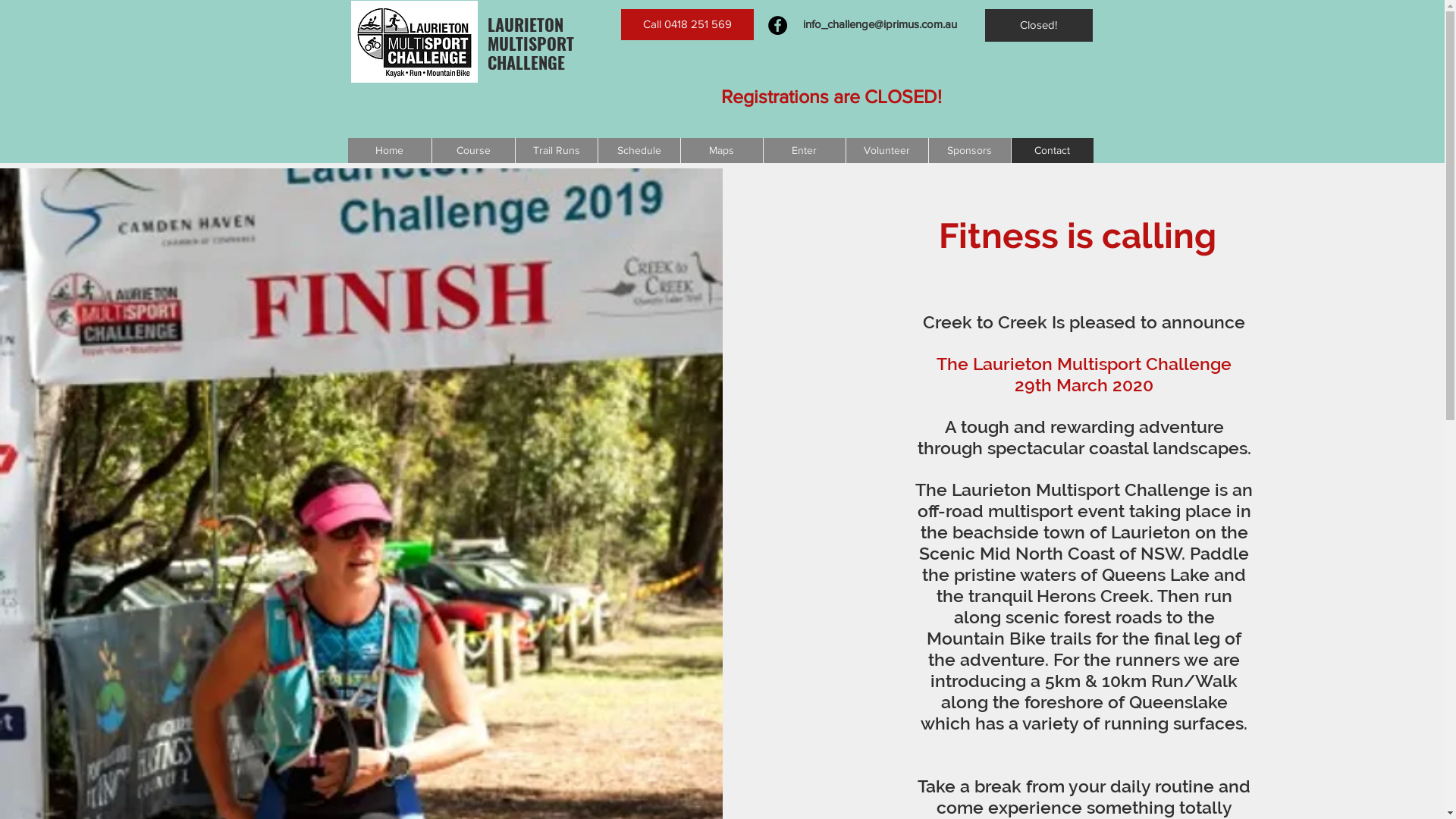 This screenshot has height=819, width=1456. What do you see at coordinates (968, 150) in the screenshot?
I see `'Sponsors'` at bounding box center [968, 150].